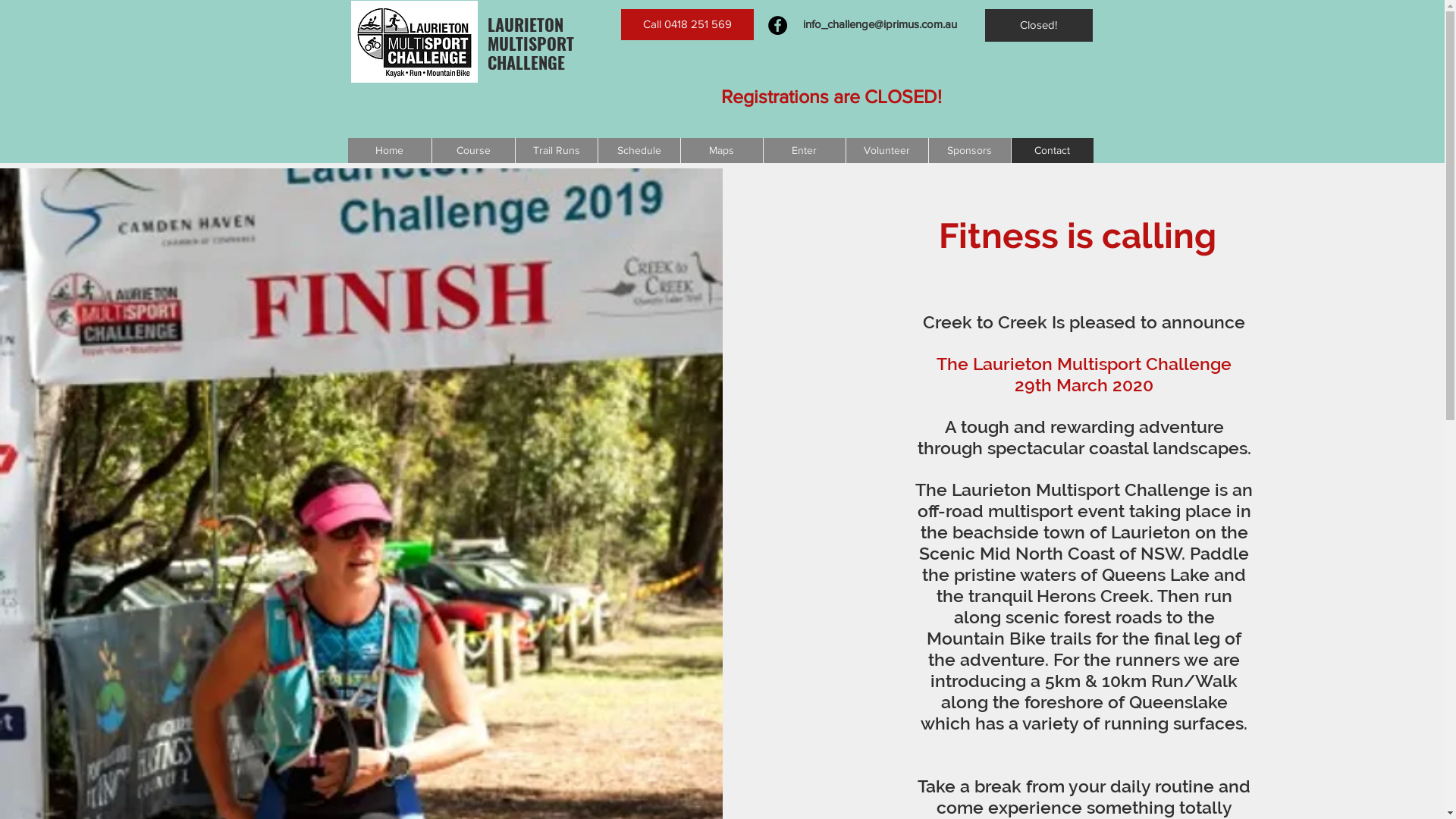 This screenshot has height=819, width=1456. What do you see at coordinates (968, 150) in the screenshot?
I see `'Sponsors'` at bounding box center [968, 150].